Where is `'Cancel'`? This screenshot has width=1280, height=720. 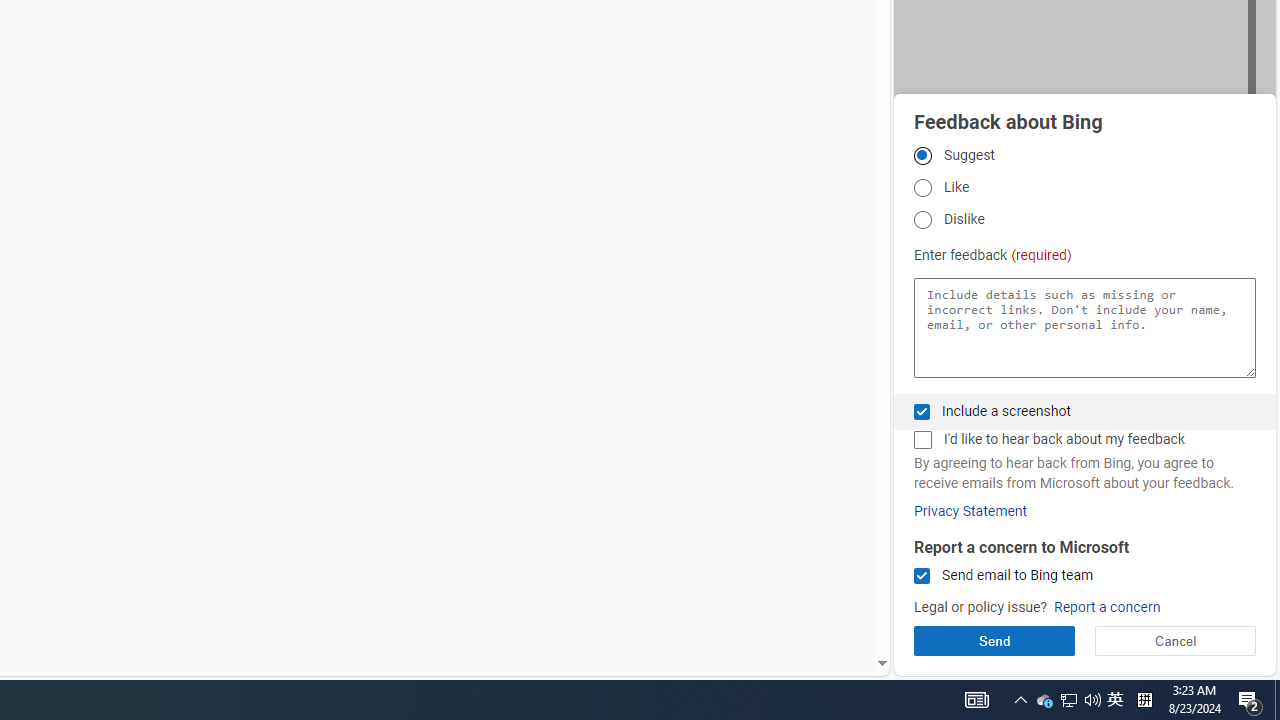 'Cancel' is located at coordinates (1175, 640).